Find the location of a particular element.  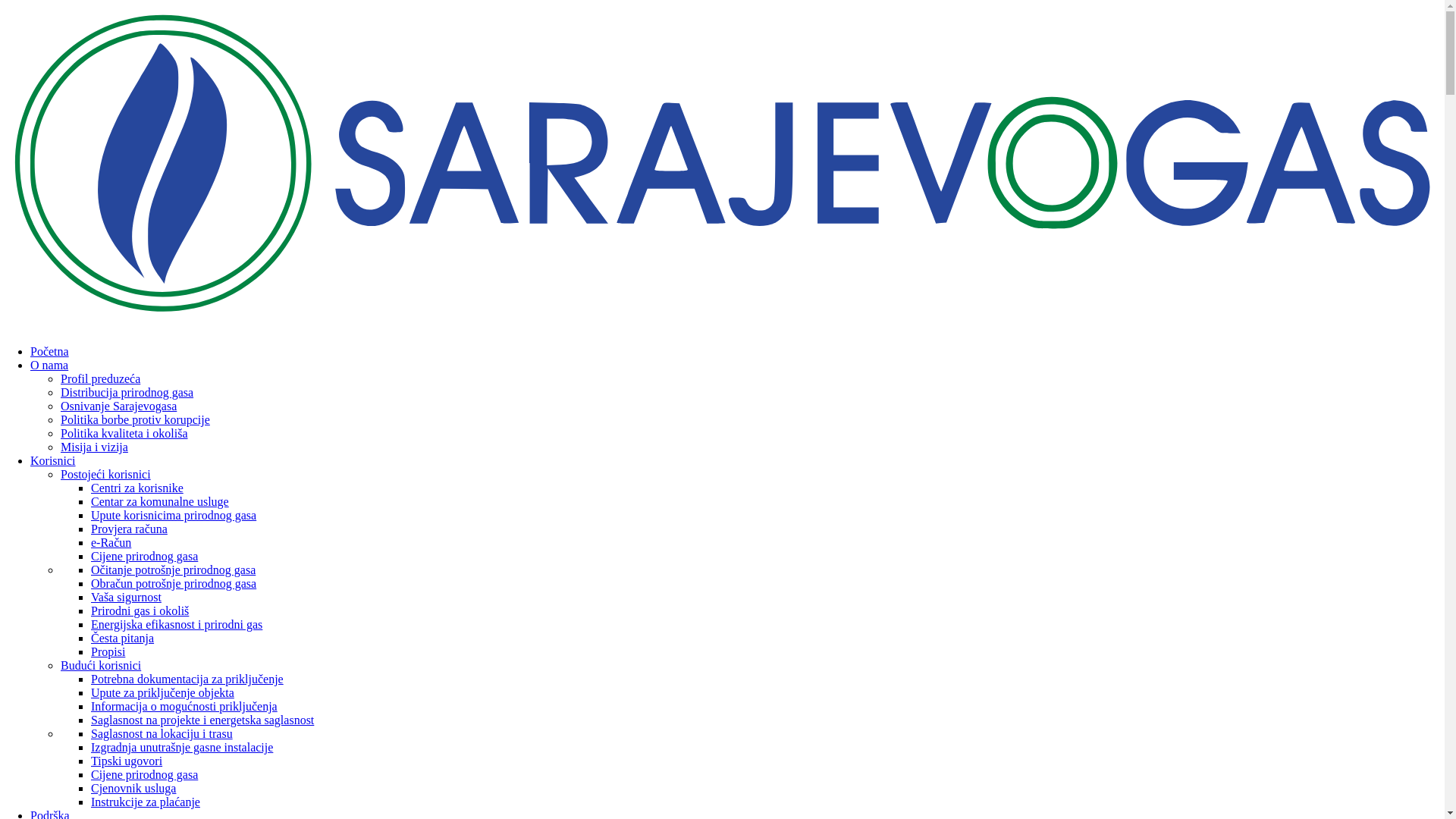

'Cijene prirodnog gasa' is located at coordinates (144, 556).